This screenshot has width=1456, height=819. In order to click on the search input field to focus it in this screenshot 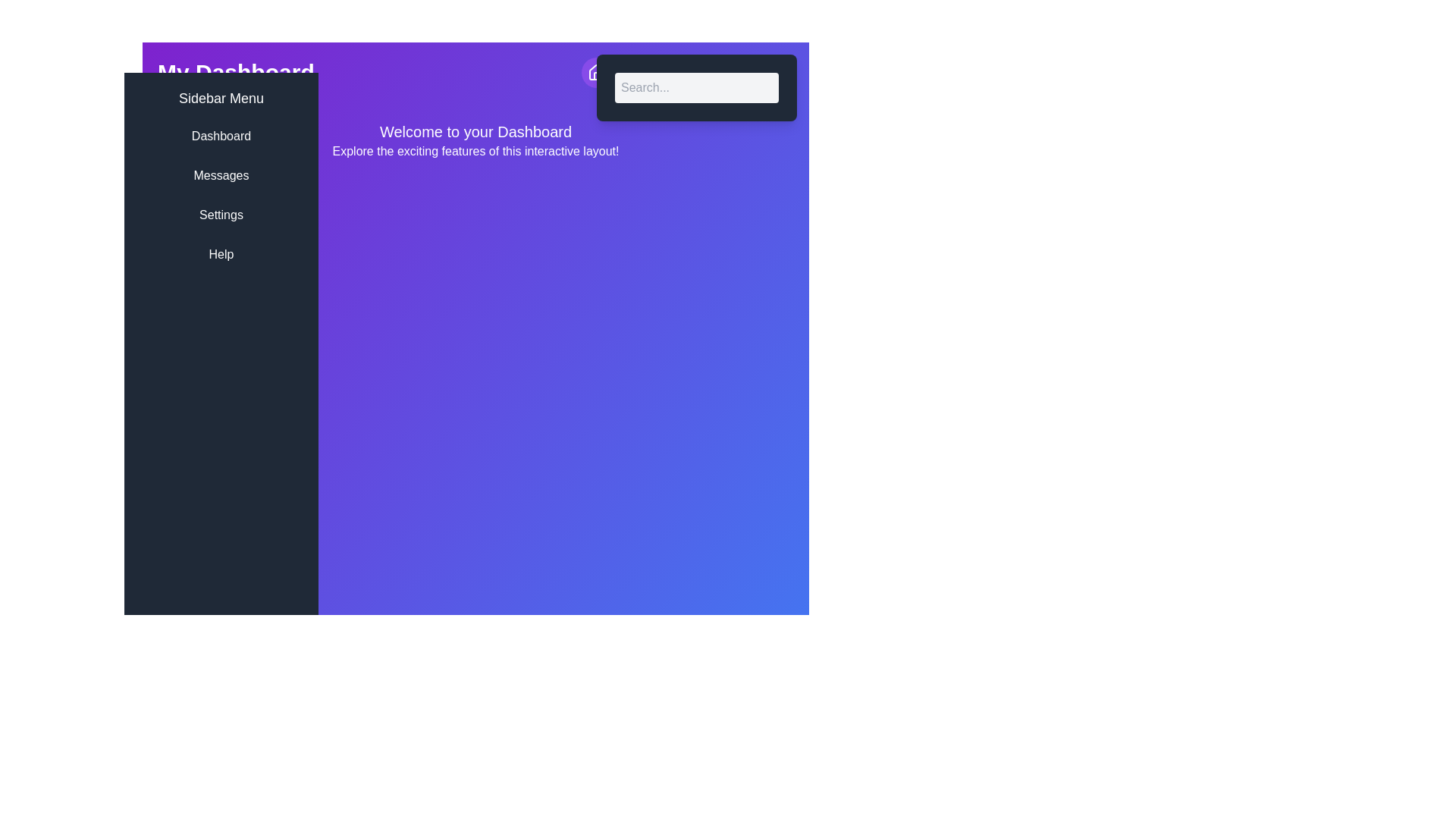, I will do `click(695, 87)`.